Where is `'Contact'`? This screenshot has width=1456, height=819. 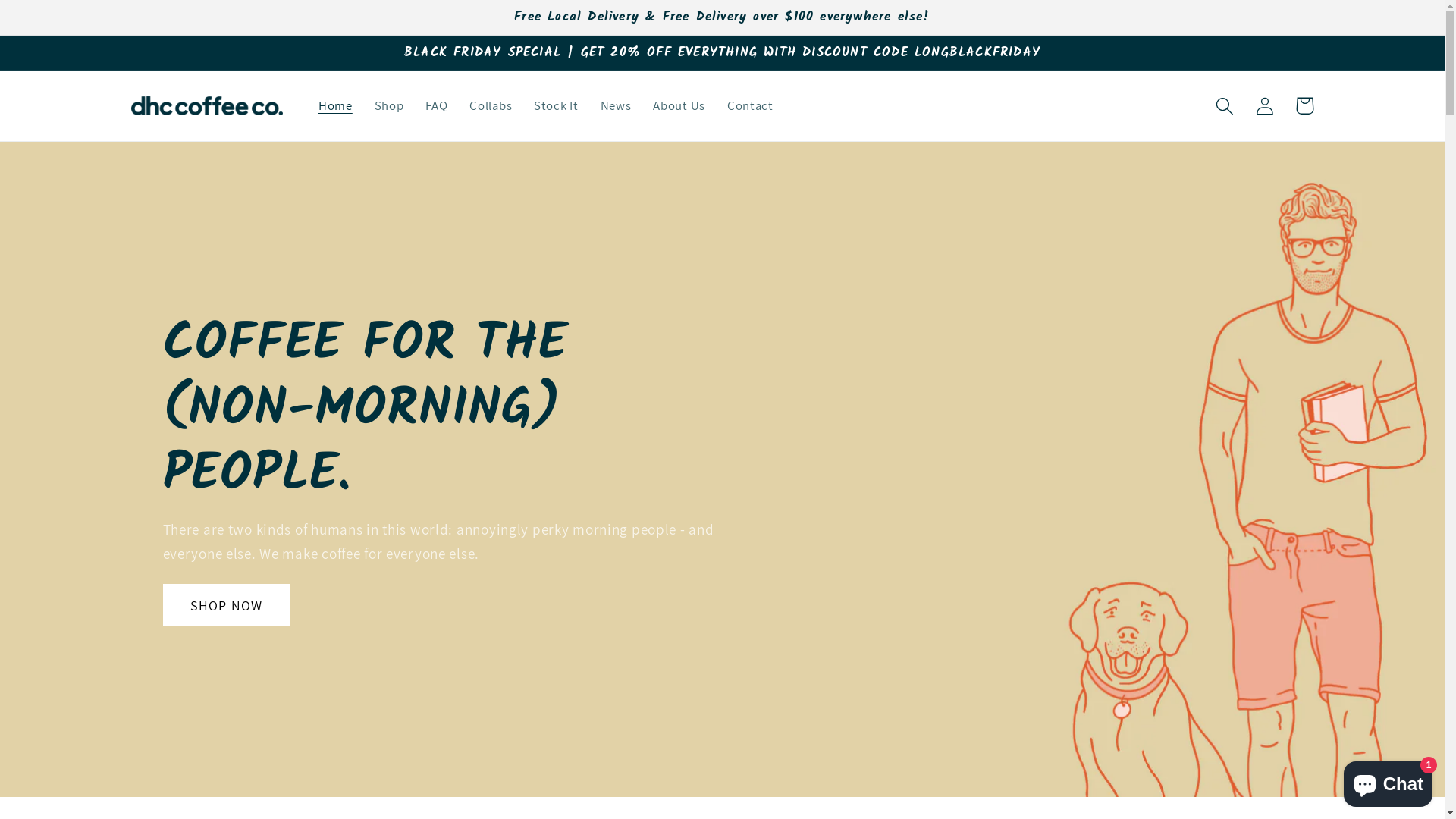 'Contact' is located at coordinates (749, 105).